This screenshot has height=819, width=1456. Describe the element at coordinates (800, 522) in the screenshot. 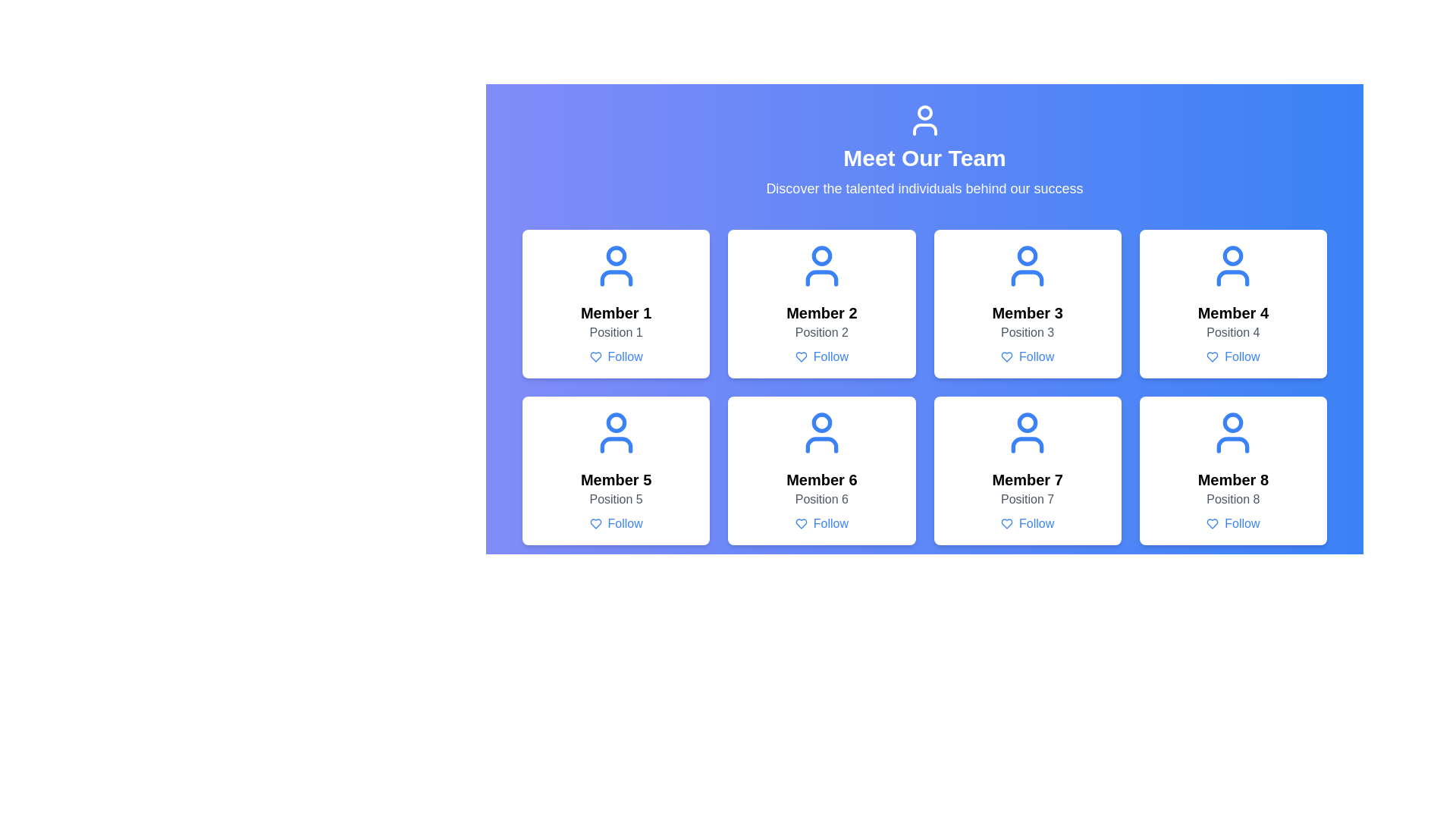

I see `the heart icon located to the left of the 'Follow' text in the card labeled 'Member 6, Position 6'` at that location.